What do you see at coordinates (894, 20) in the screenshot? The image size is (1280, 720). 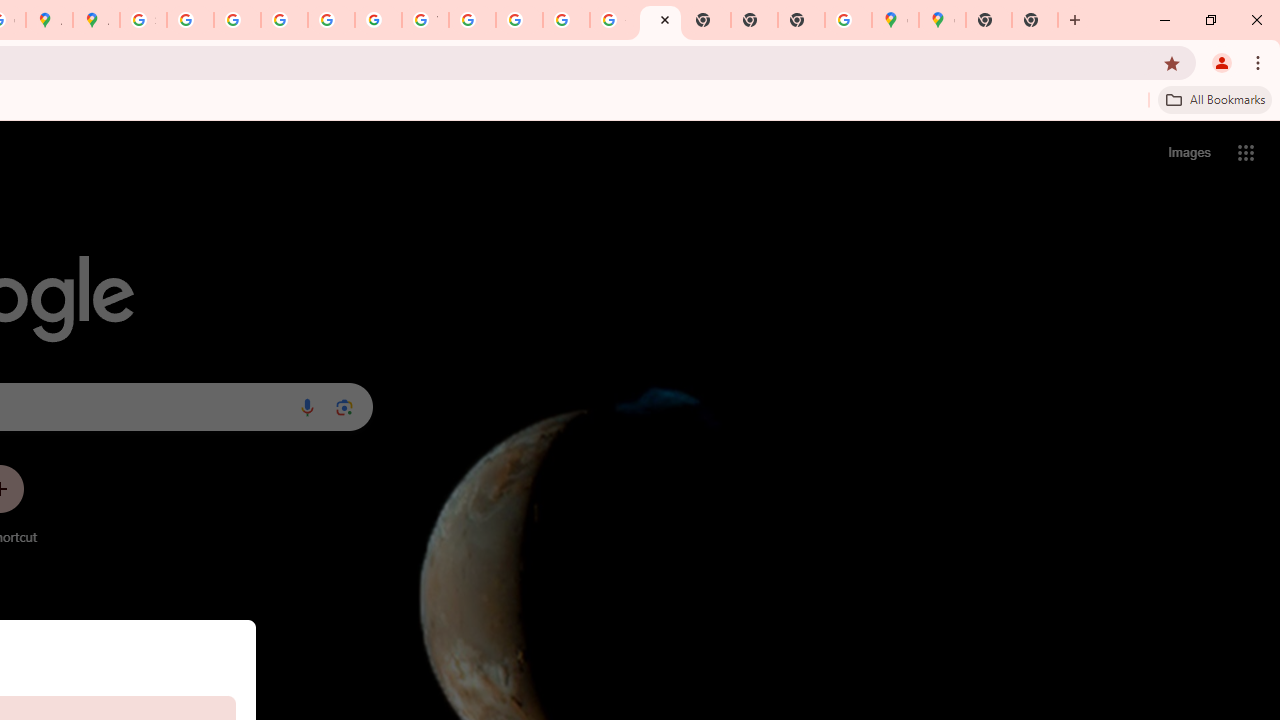 I see `'Google Maps'` at bounding box center [894, 20].